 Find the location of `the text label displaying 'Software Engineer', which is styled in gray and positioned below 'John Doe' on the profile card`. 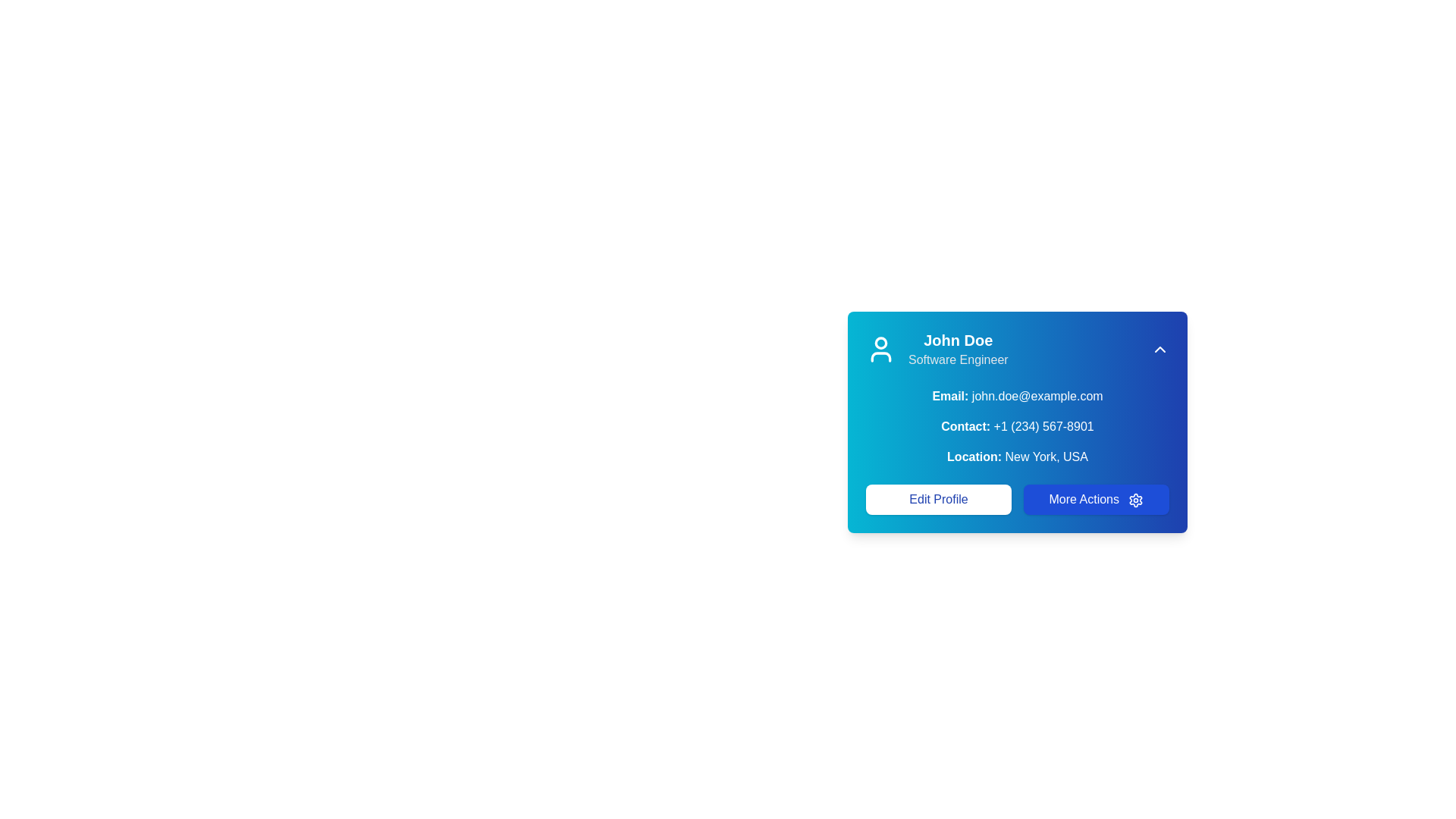

the text label displaying 'Software Engineer', which is styled in gray and positioned below 'John Doe' on the profile card is located at coordinates (957, 359).